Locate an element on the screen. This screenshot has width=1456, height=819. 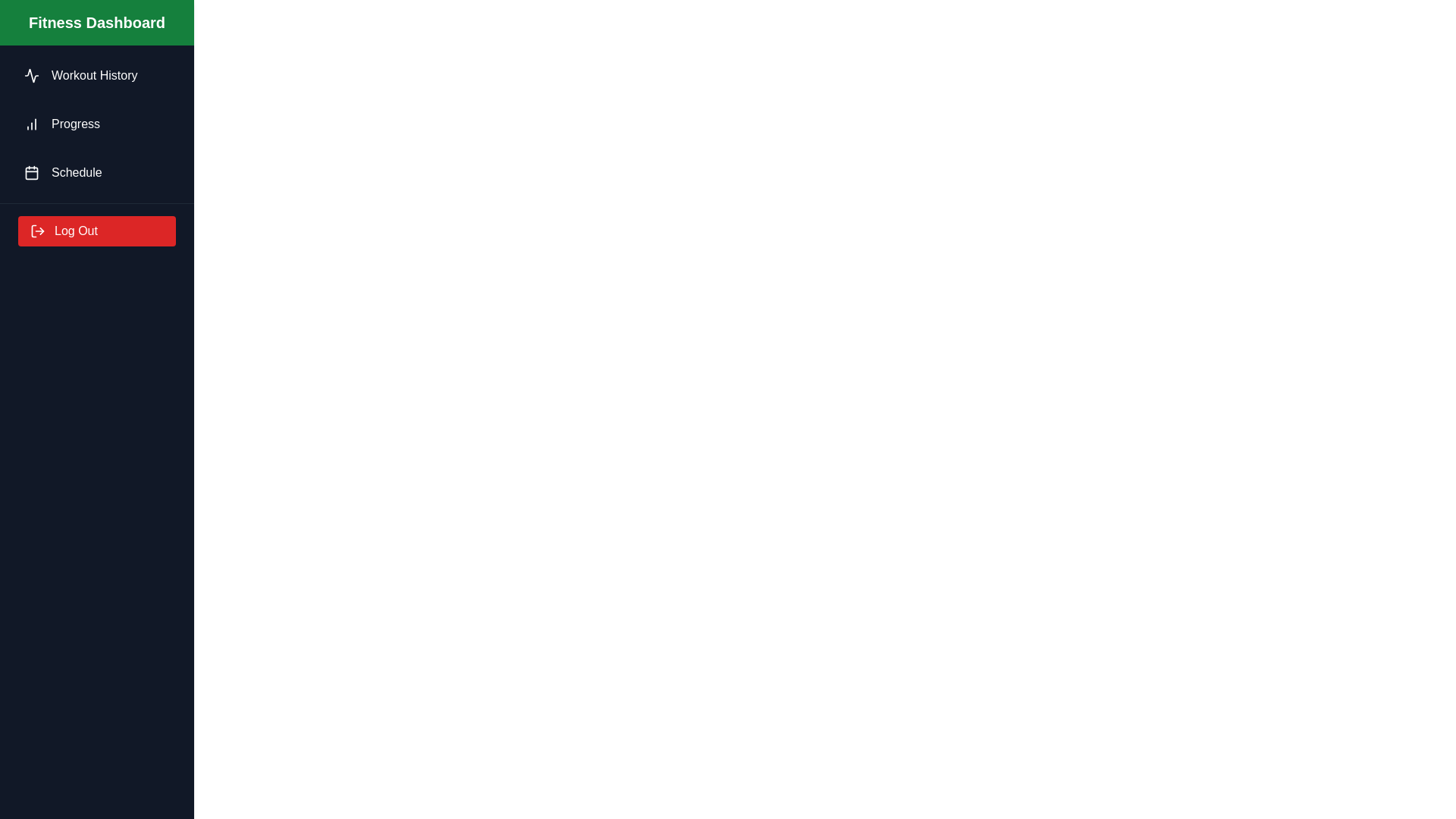
the compact SVG icon resembling a rightward-pointing arrow, which is located to the left of the 'Log Out' text label on the red rectangular button at the bottom of the vertical sidebar is located at coordinates (37, 231).